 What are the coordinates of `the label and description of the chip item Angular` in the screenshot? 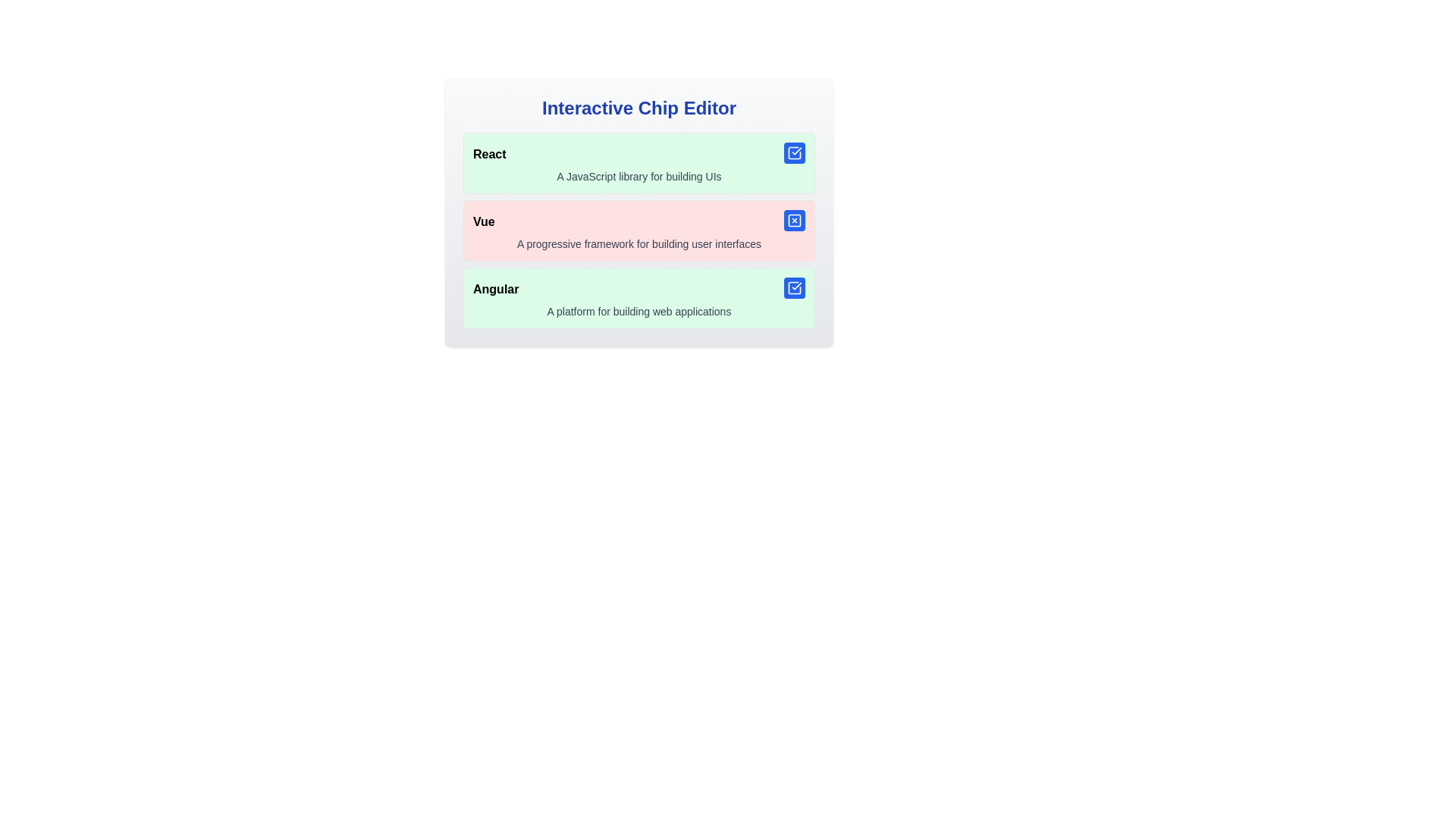 It's located at (639, 298).